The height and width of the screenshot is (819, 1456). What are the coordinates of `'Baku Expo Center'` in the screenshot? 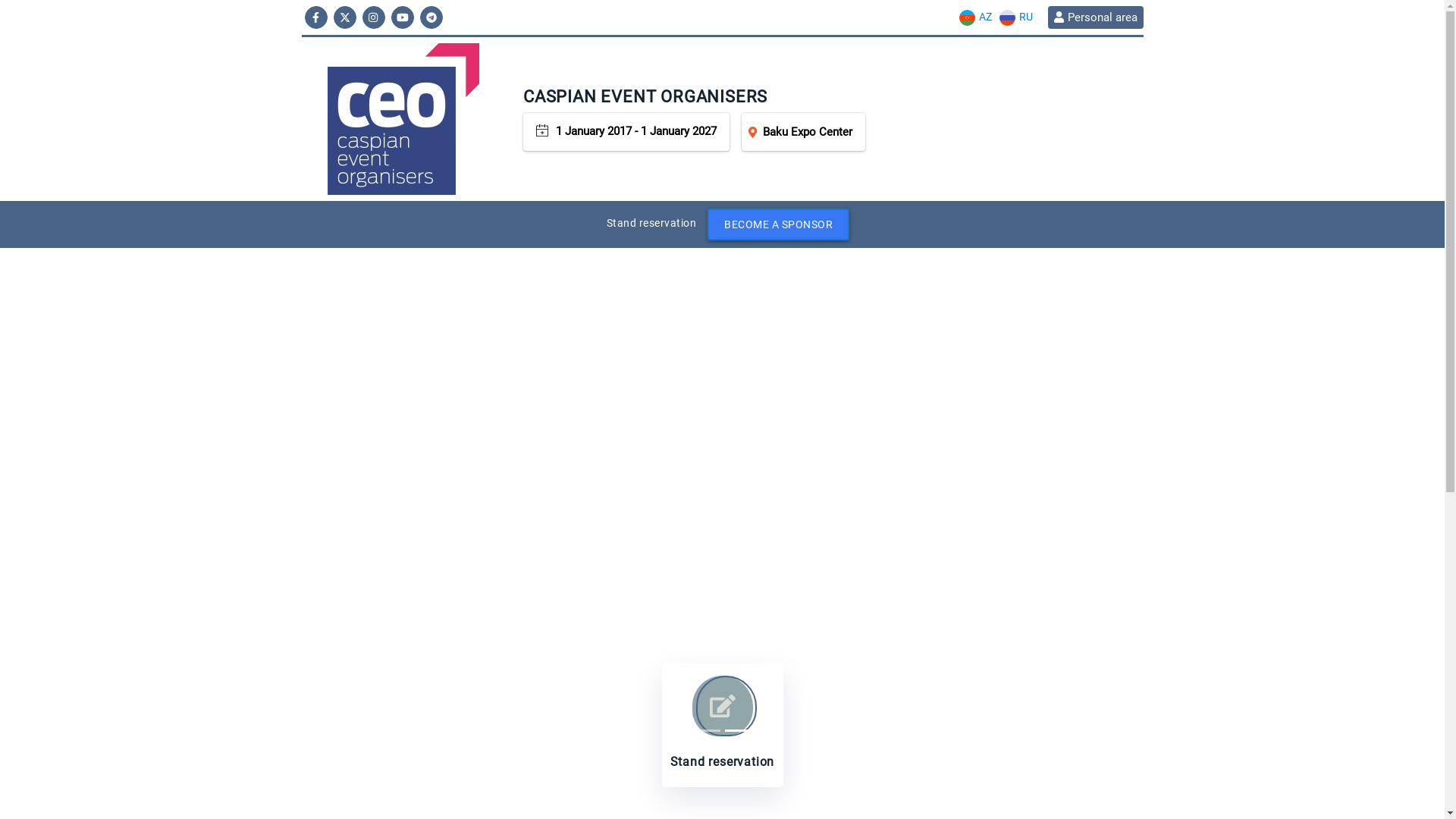 It's located at (742, 130).